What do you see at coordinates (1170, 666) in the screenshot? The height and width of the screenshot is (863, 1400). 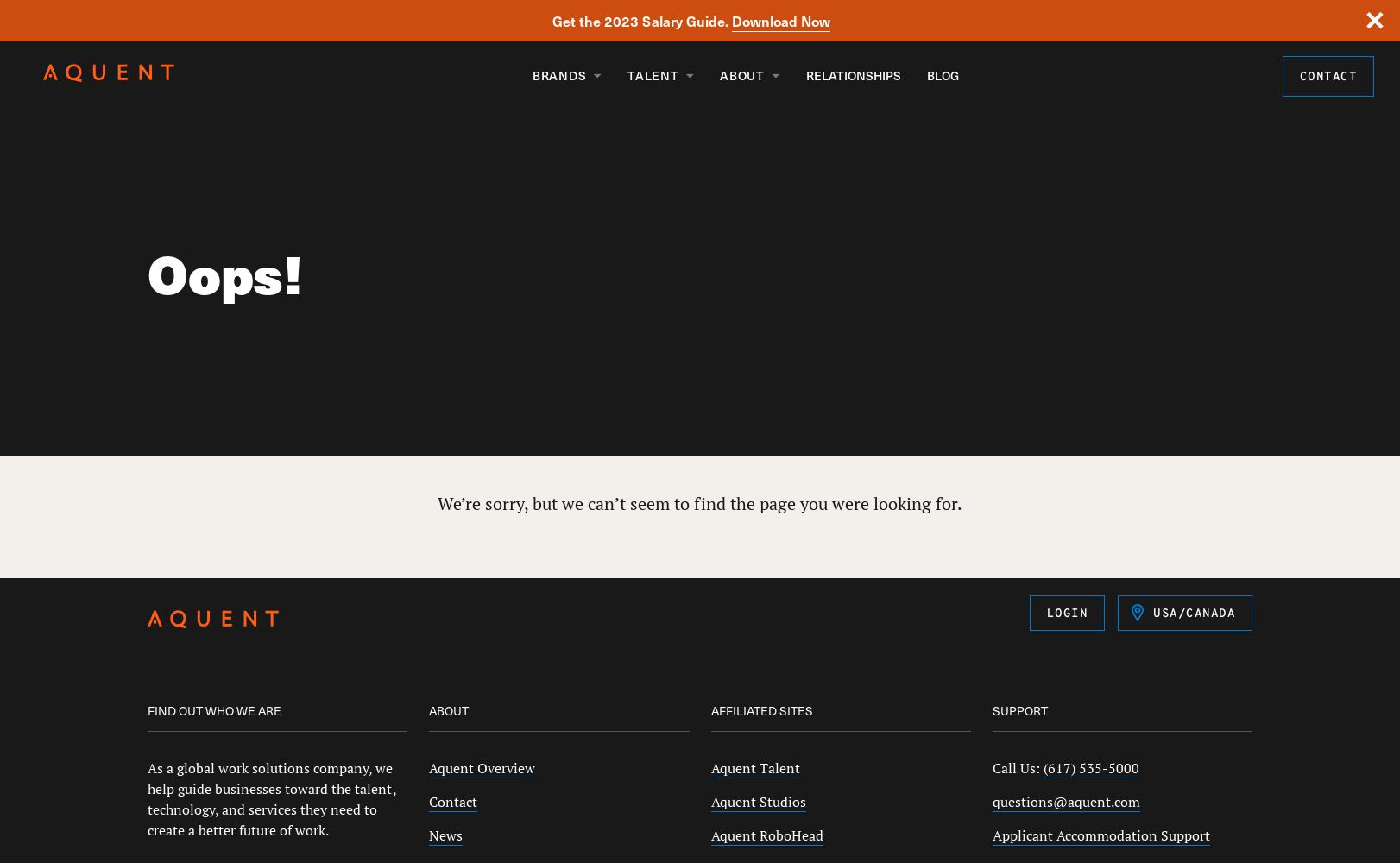 I see `'Australia'` at bounding box center [1170, 666].